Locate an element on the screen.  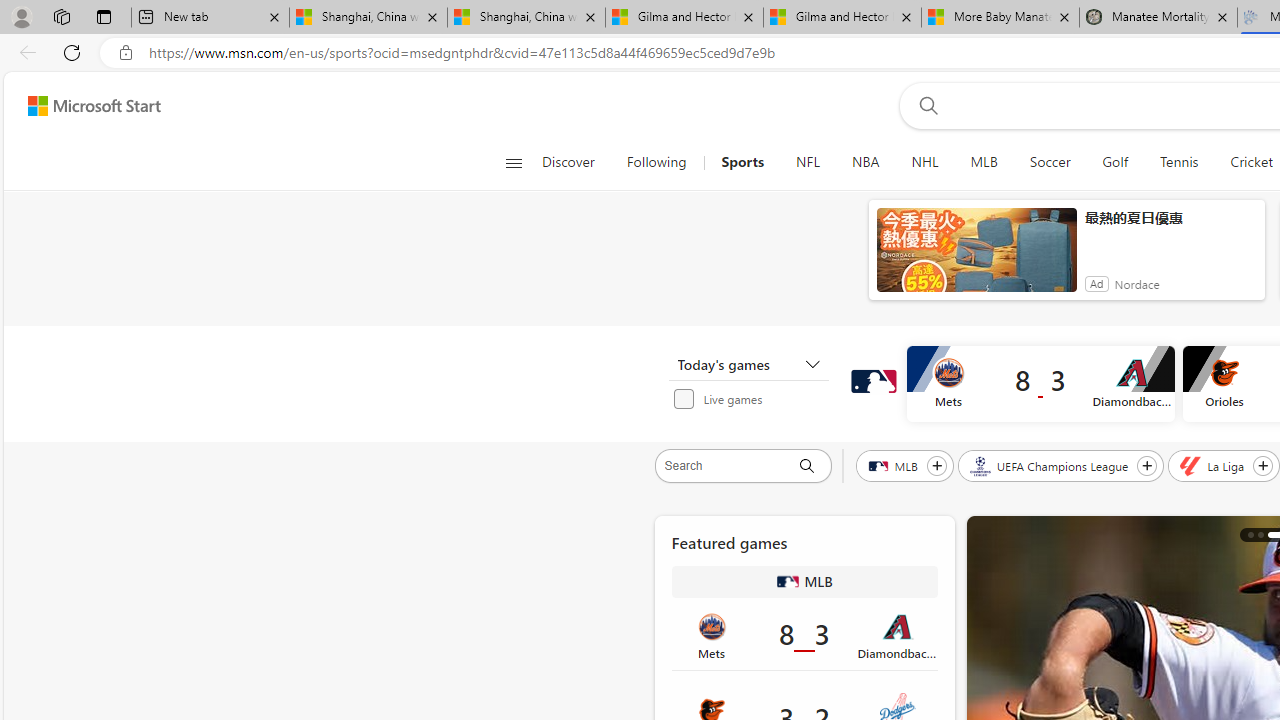
'NFL' is located at coordinates (808, 162).